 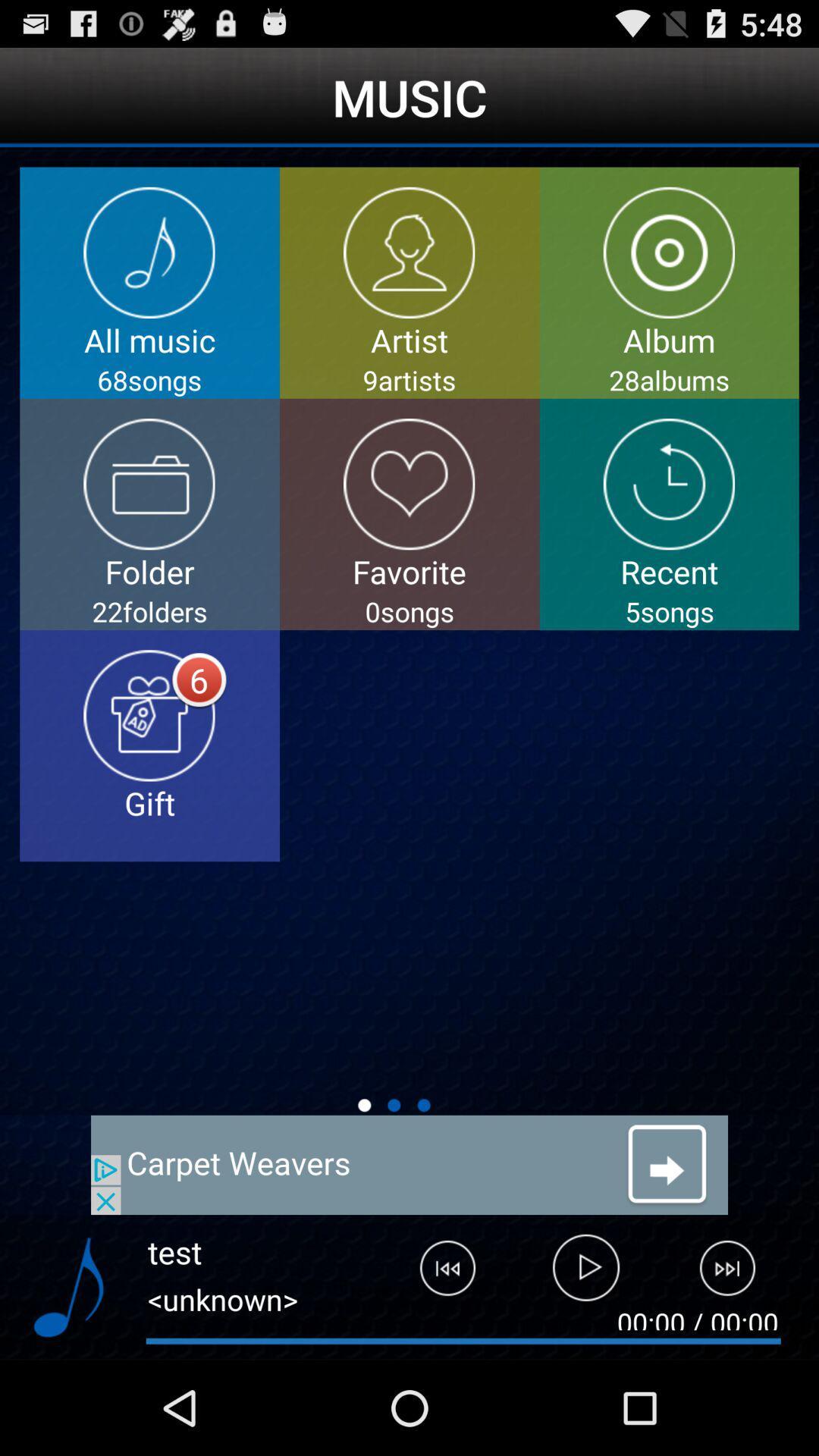 I want to click on the skip_previous icon, so click(x=436, y=1364).